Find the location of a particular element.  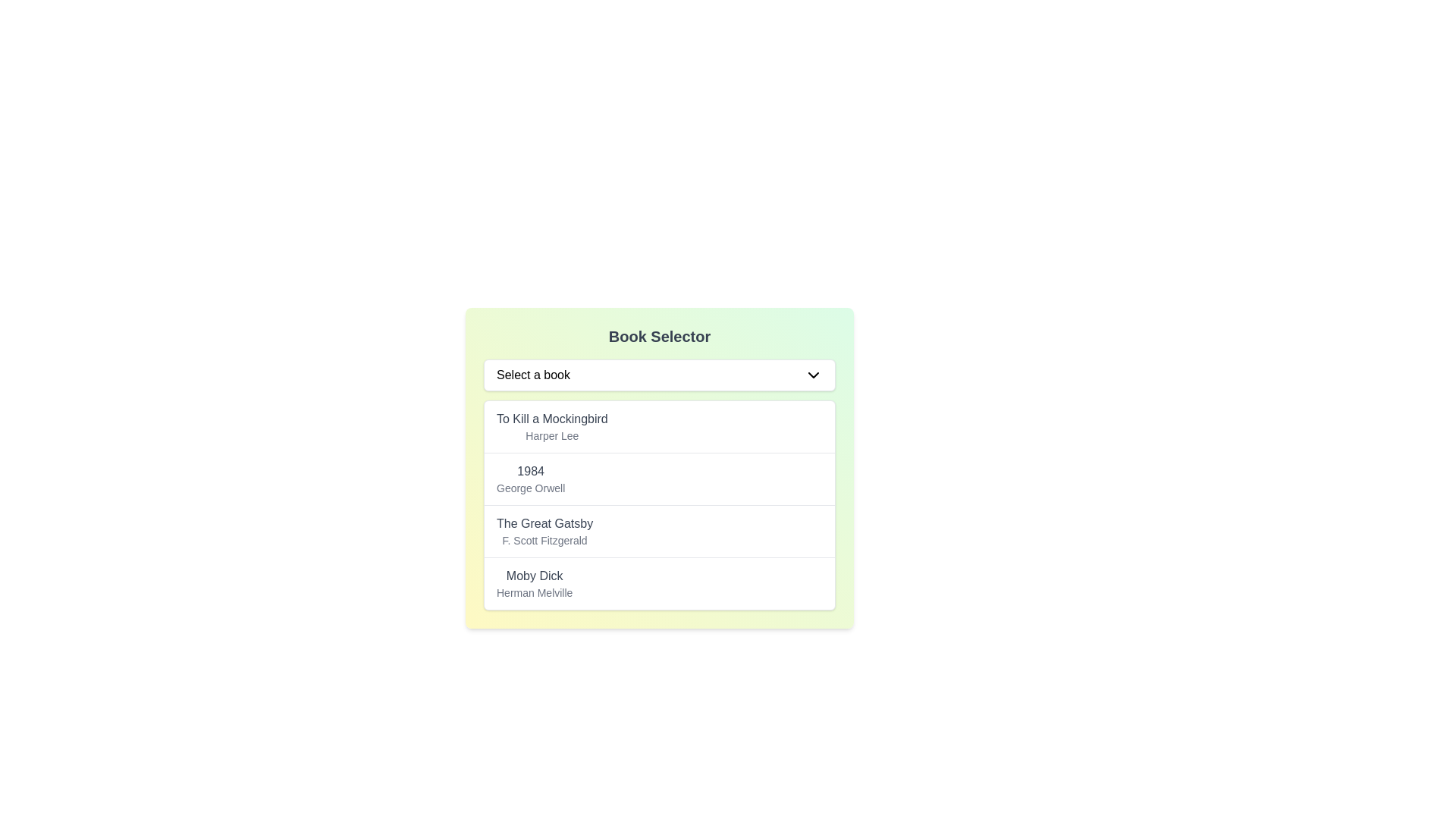

text content of the author label 'F. Scott Fitzgerald' located beneath the title 'The Great Gatsby' in the book selector interface is located at coordinates (544, 540).